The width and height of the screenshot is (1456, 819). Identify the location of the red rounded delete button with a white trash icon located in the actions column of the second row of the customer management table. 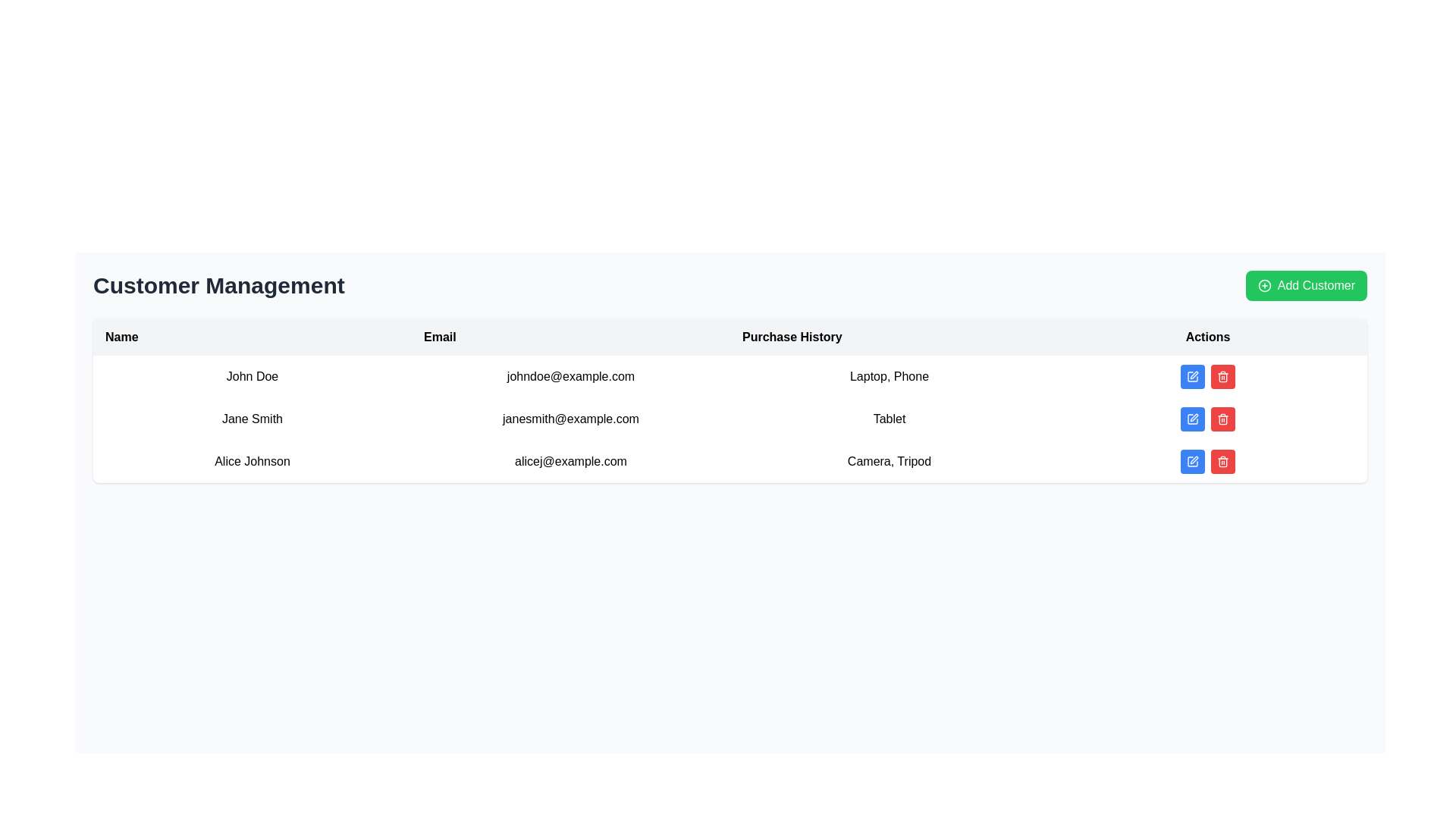
(1222, 419).